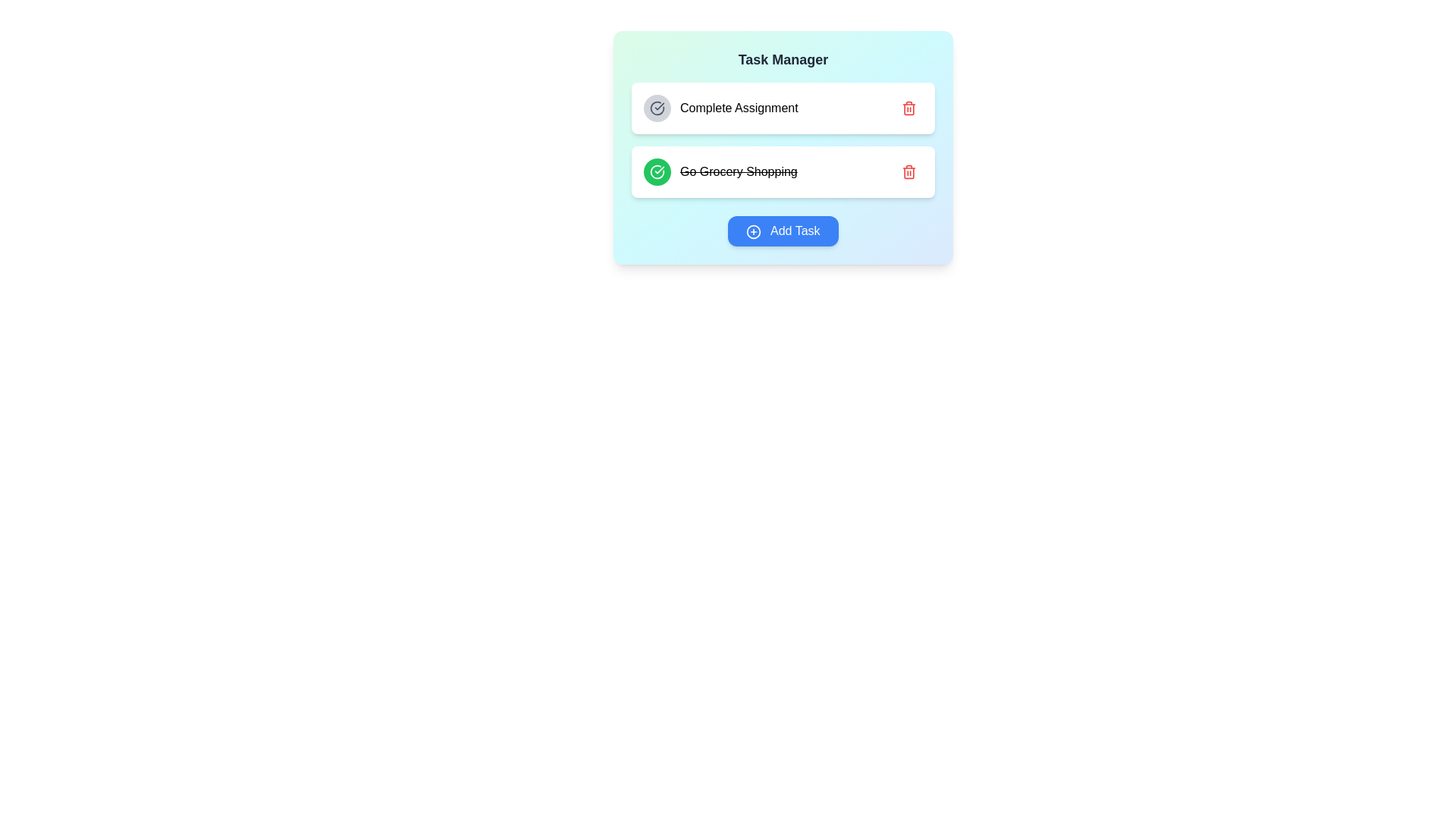 This screenshot has height=819, width=1456. Describe the element at coordinates (783, 107) in the screenshot. I see `the first Task list item labeled 'Complete Assignment'` at that location.